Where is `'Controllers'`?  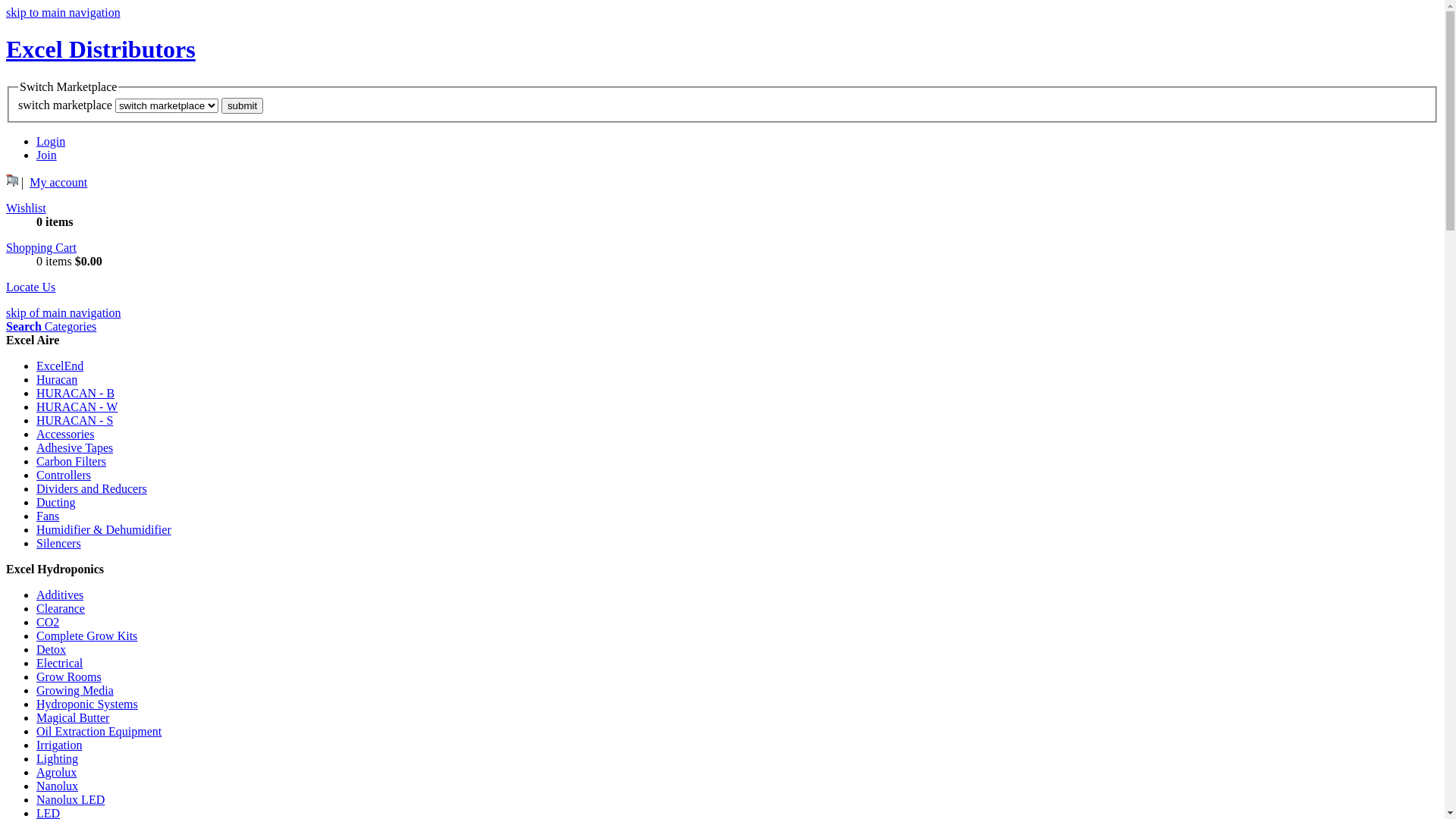
'Controllers' is located at coordinates (62, 474).